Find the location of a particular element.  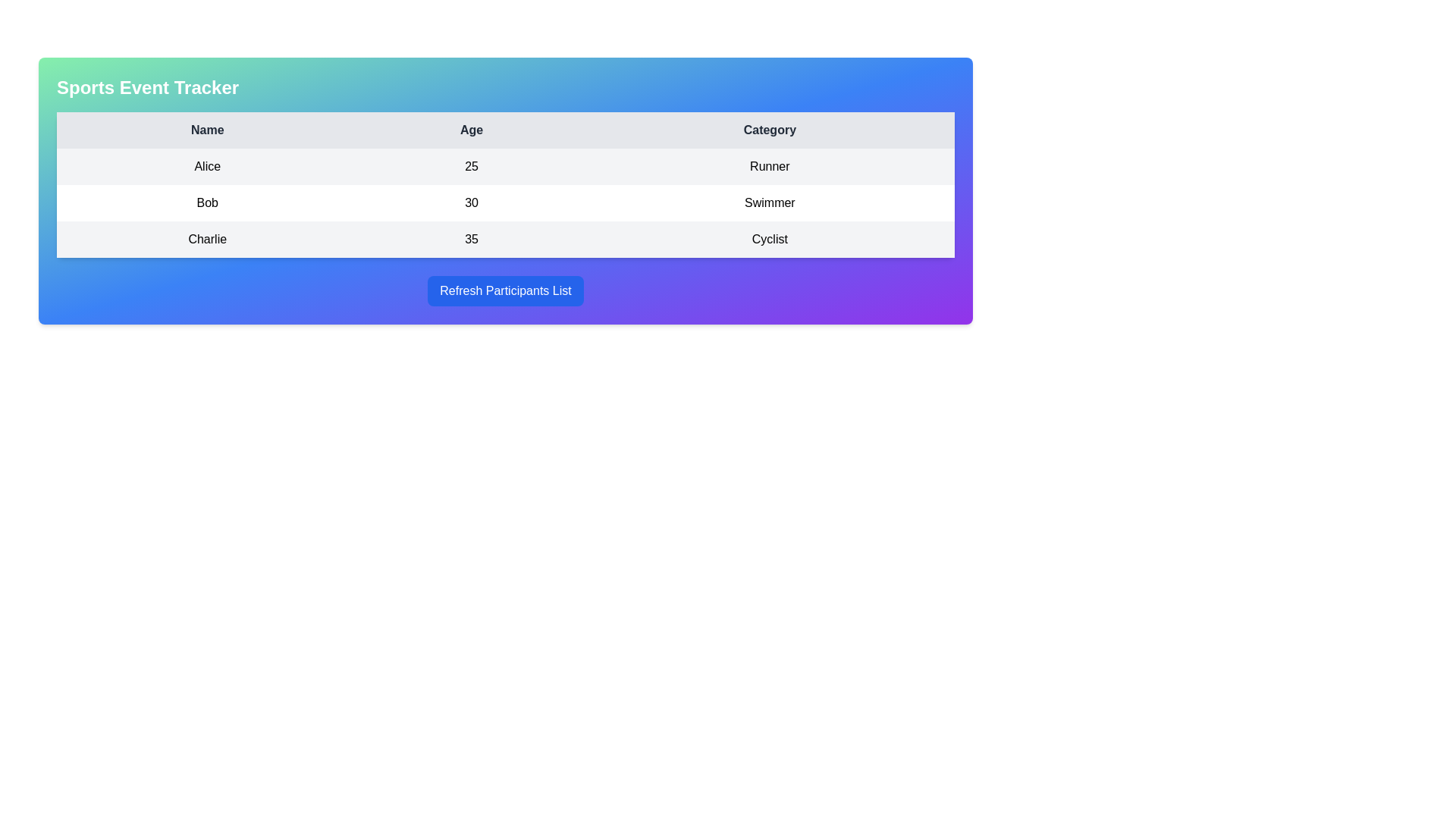

the text label that reads 'Swimmer' located in the third column of the second row within the data table under the 'Category' column is located at coordinates (770, 202).